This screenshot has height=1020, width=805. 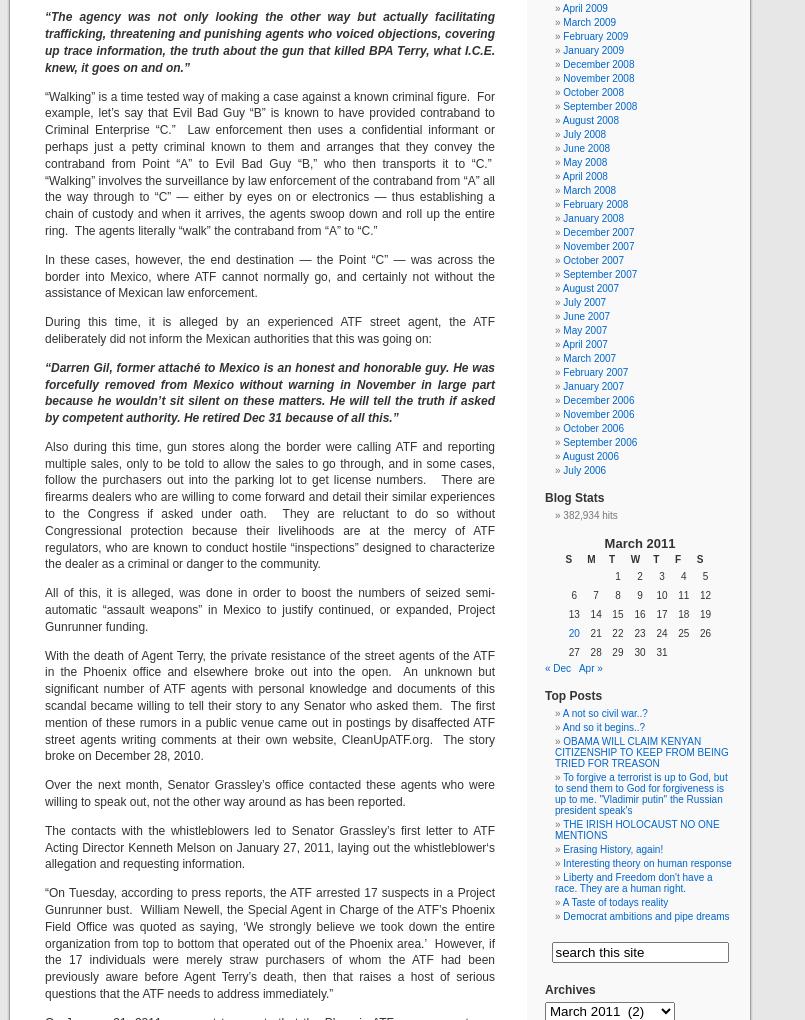 What do you see at coordinates (592, 50) in the screenshot?
I see `'January 2009'` at bounding box center [592, 50].